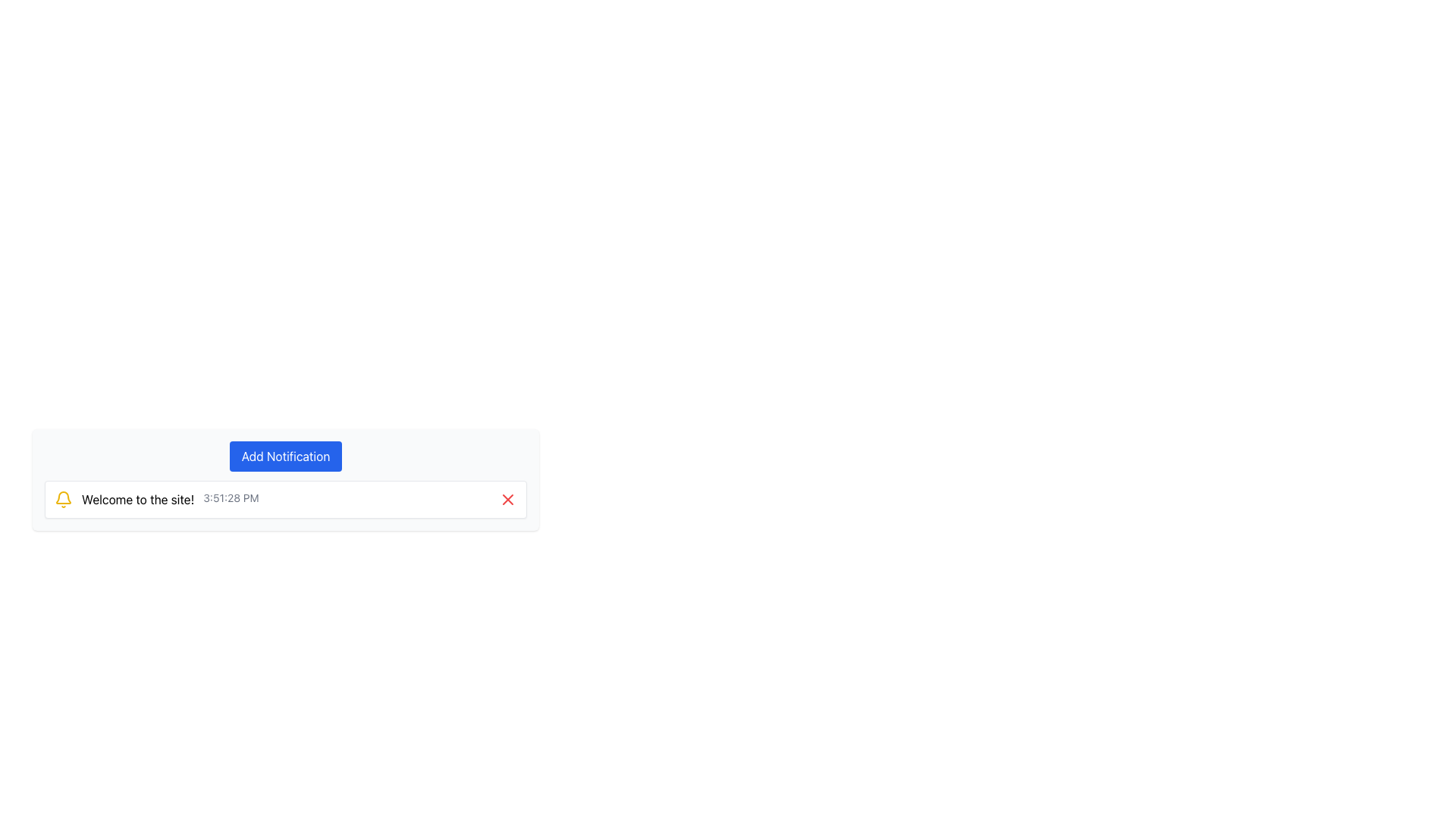 This screenshot has height=819, width=1456. What do you see at coordinates (508, 500) in the screenshot?
I see `the close button located at the far right end of the notification bar` at bounding box center [508, 500].